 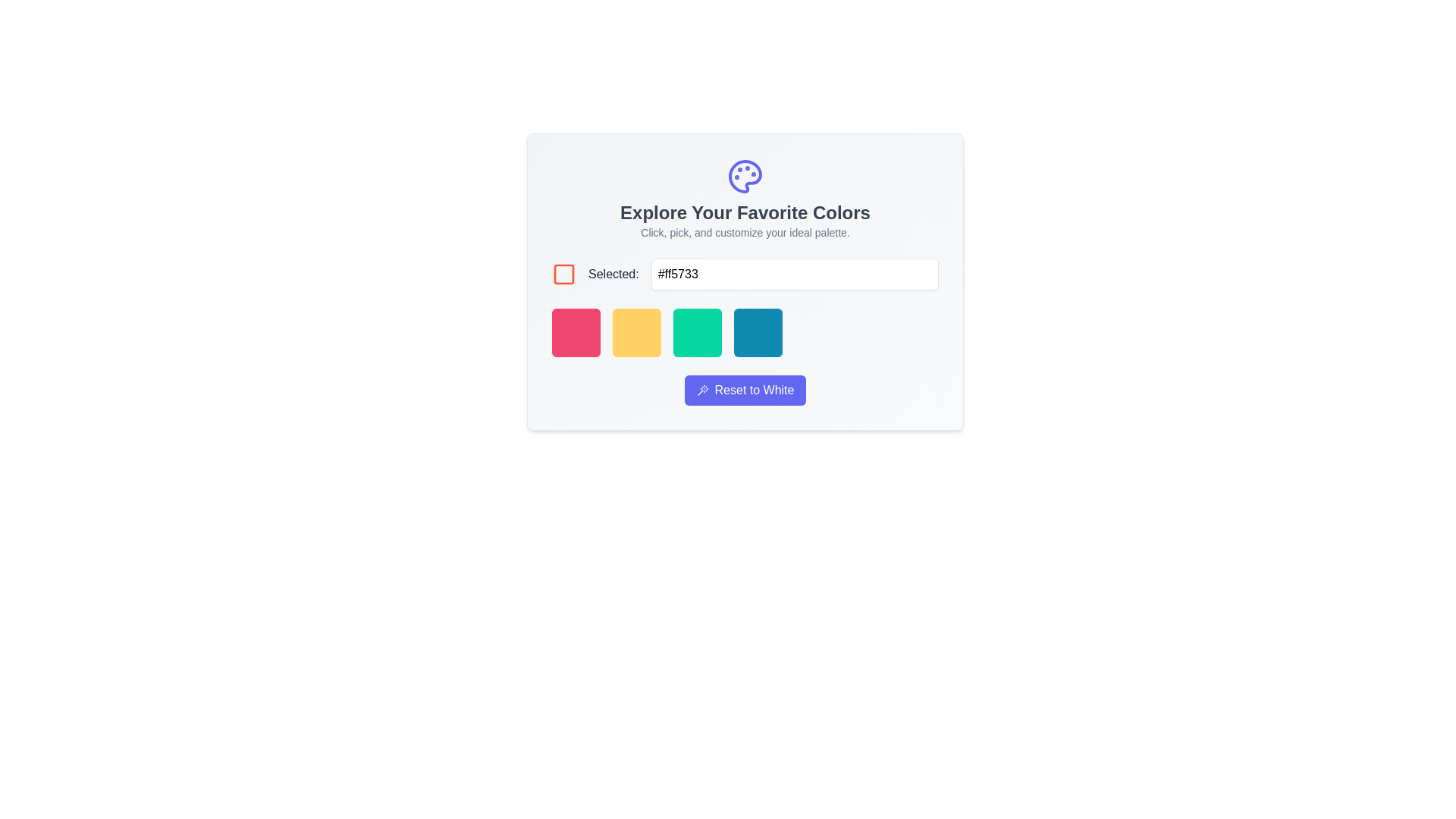 What do you see at coordinates (745, 233) in the screenshot?
I see `the text label that reads 'Click, pick, and customize your ideal palette.' which is located below the heading 'Explore Your Favorite Colors'` at bounding box center [745, 233].